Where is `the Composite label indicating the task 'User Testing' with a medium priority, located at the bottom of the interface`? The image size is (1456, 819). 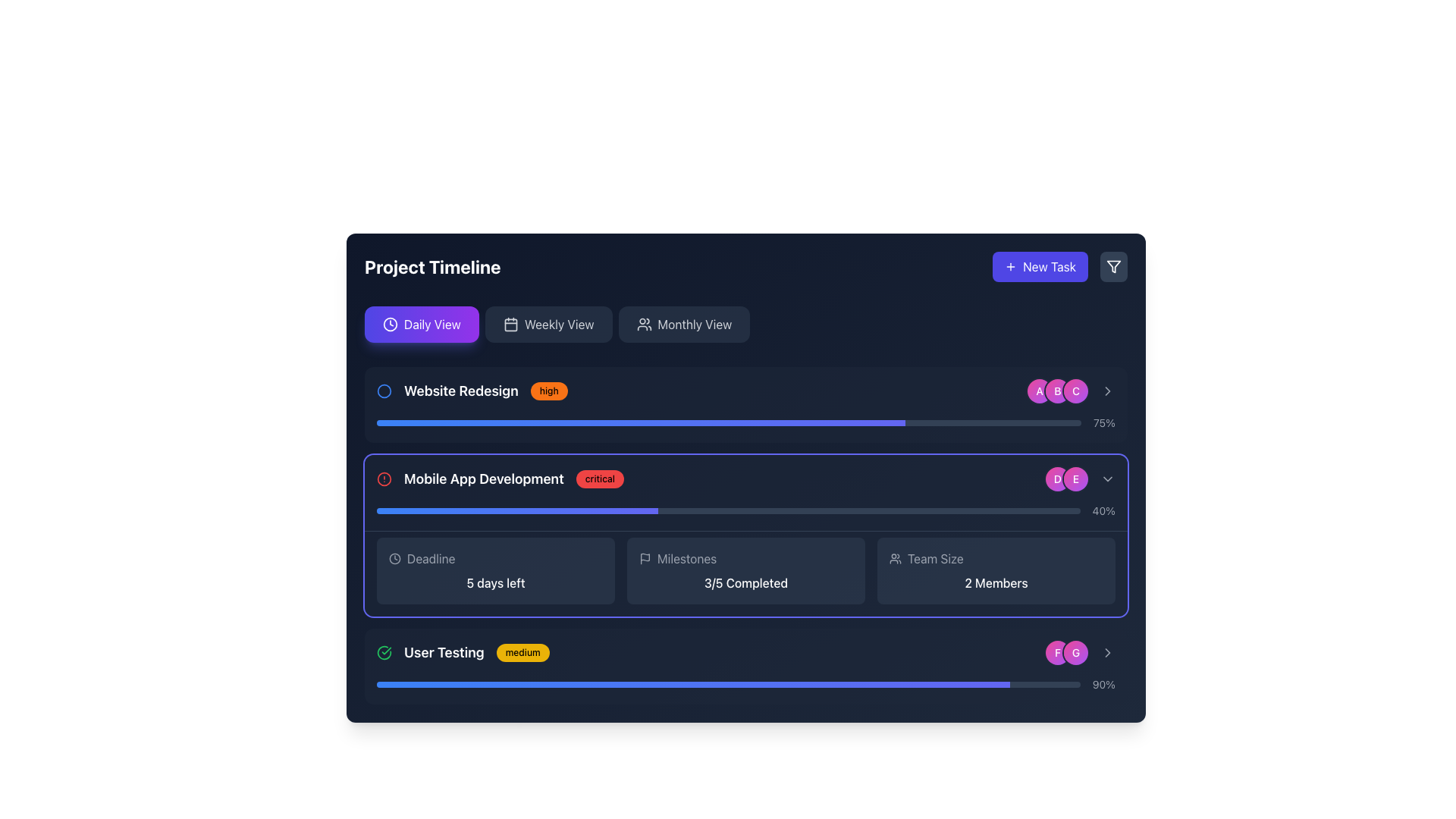 the Composite label indicating the task 'User Testing' with a medium priority, located at the bottom of the interface is located at coordinates (462, 651).